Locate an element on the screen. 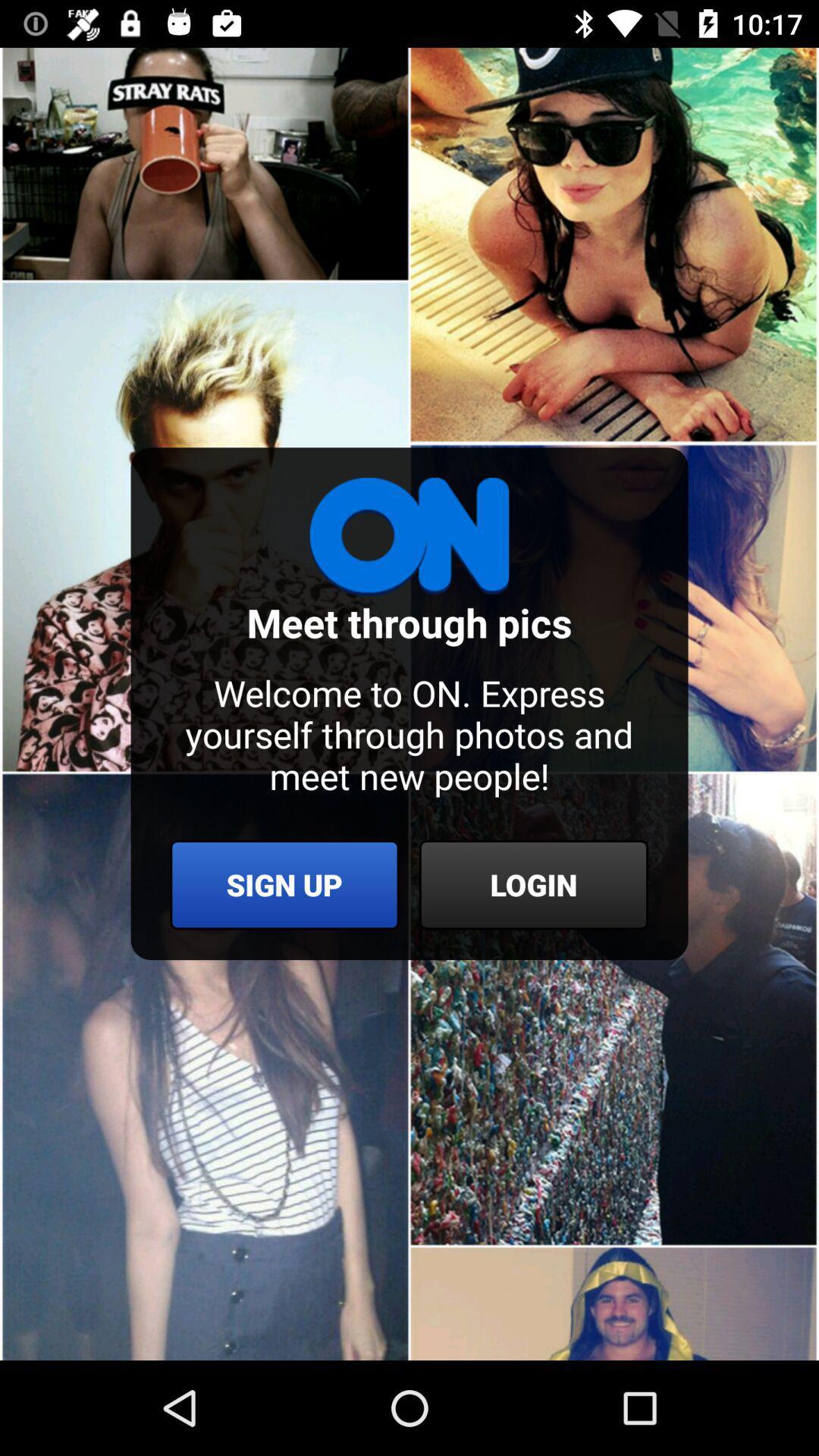 The height and width of the screenshot is (1456, 819). the sign up icon is located at coordinates (284, 884).